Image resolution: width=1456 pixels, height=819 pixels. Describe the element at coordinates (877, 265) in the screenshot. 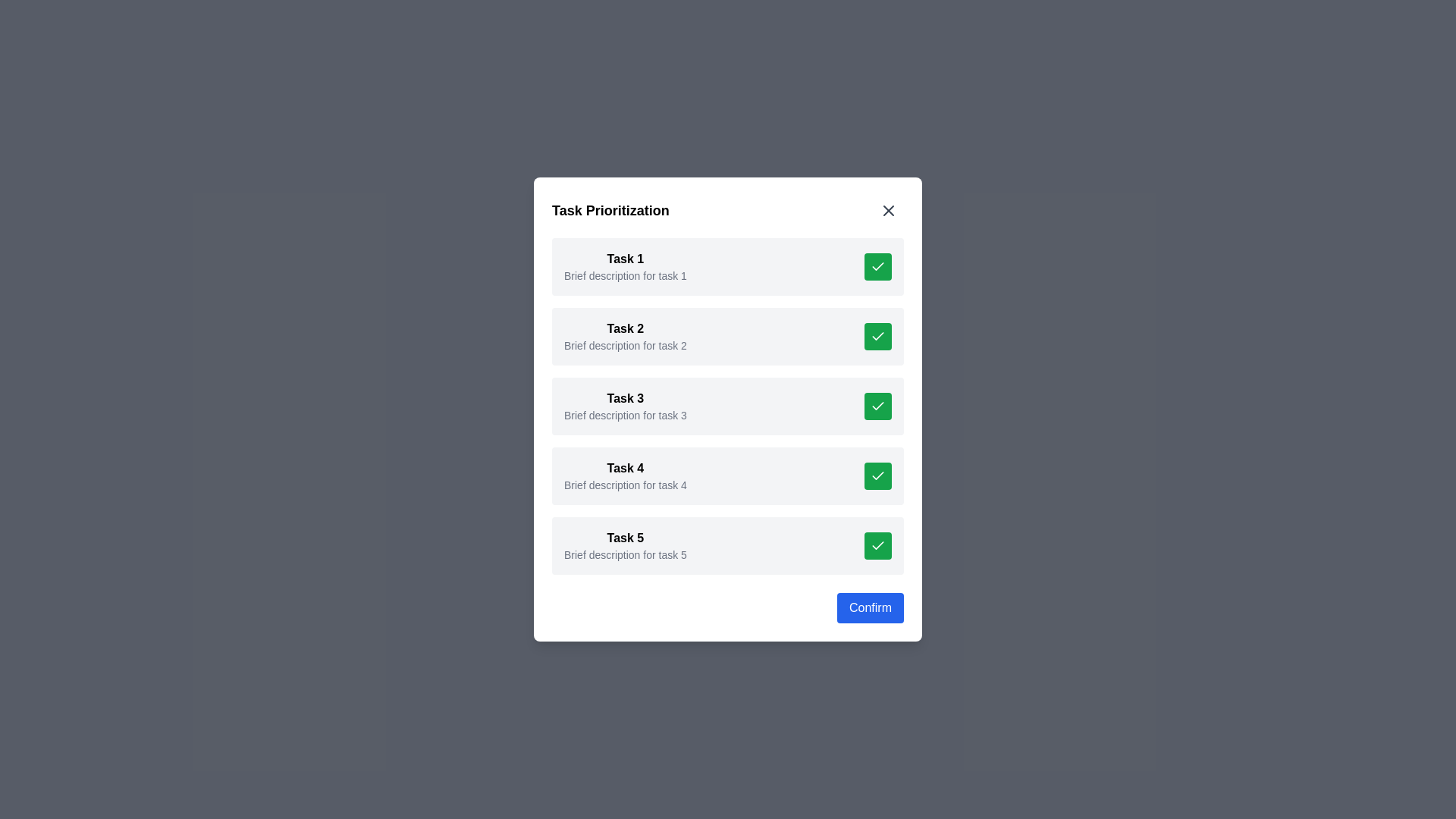

I see `checkmark icon indicating that 'Task 1' is marked as completed, located to the far right of the row labeled 'Task 1'` at that location.